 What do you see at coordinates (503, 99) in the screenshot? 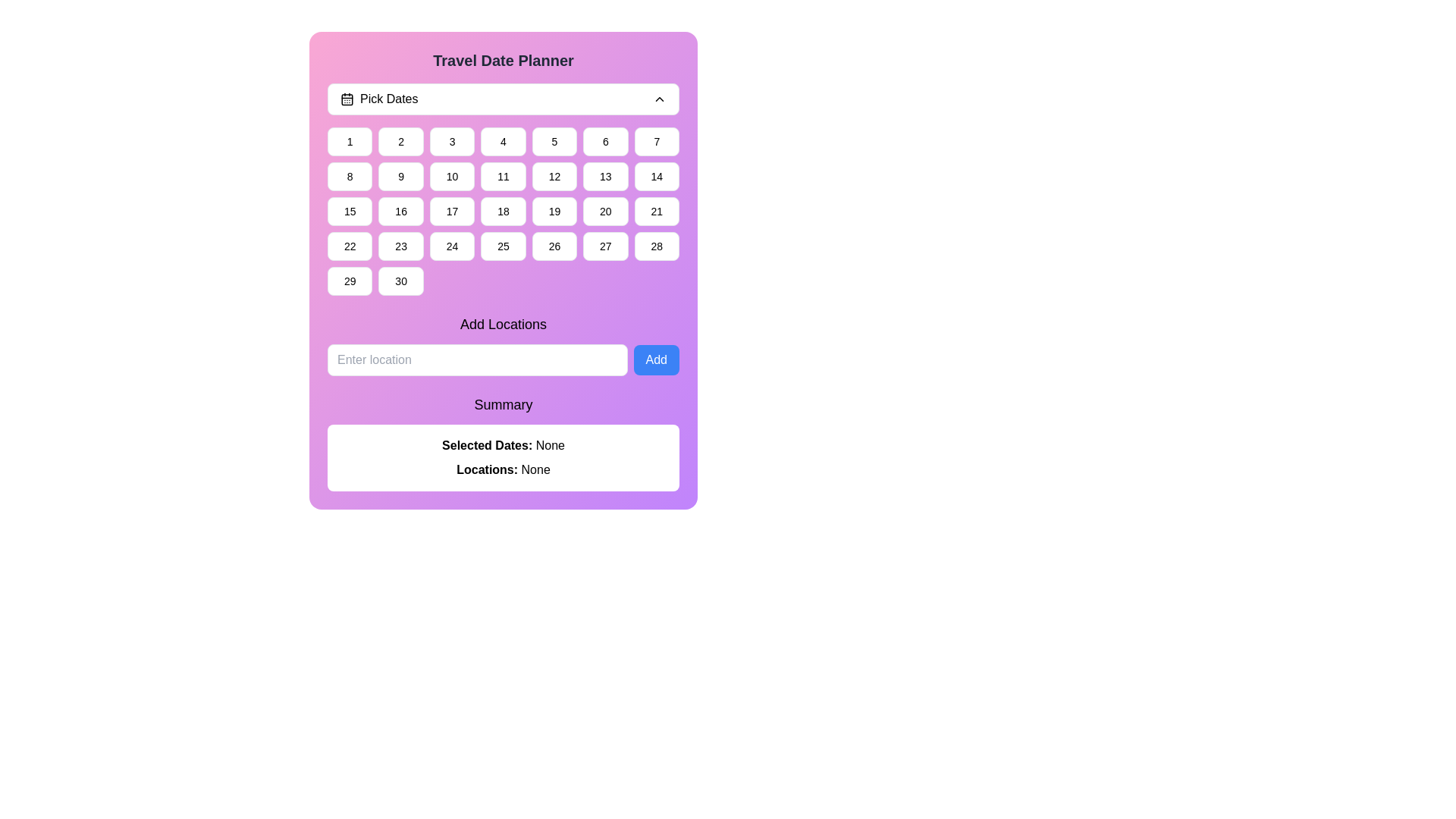
I see `the Dropdown menu trigger located directly below the title 'Travel Date Planner'` at bounding box center [503, 99].